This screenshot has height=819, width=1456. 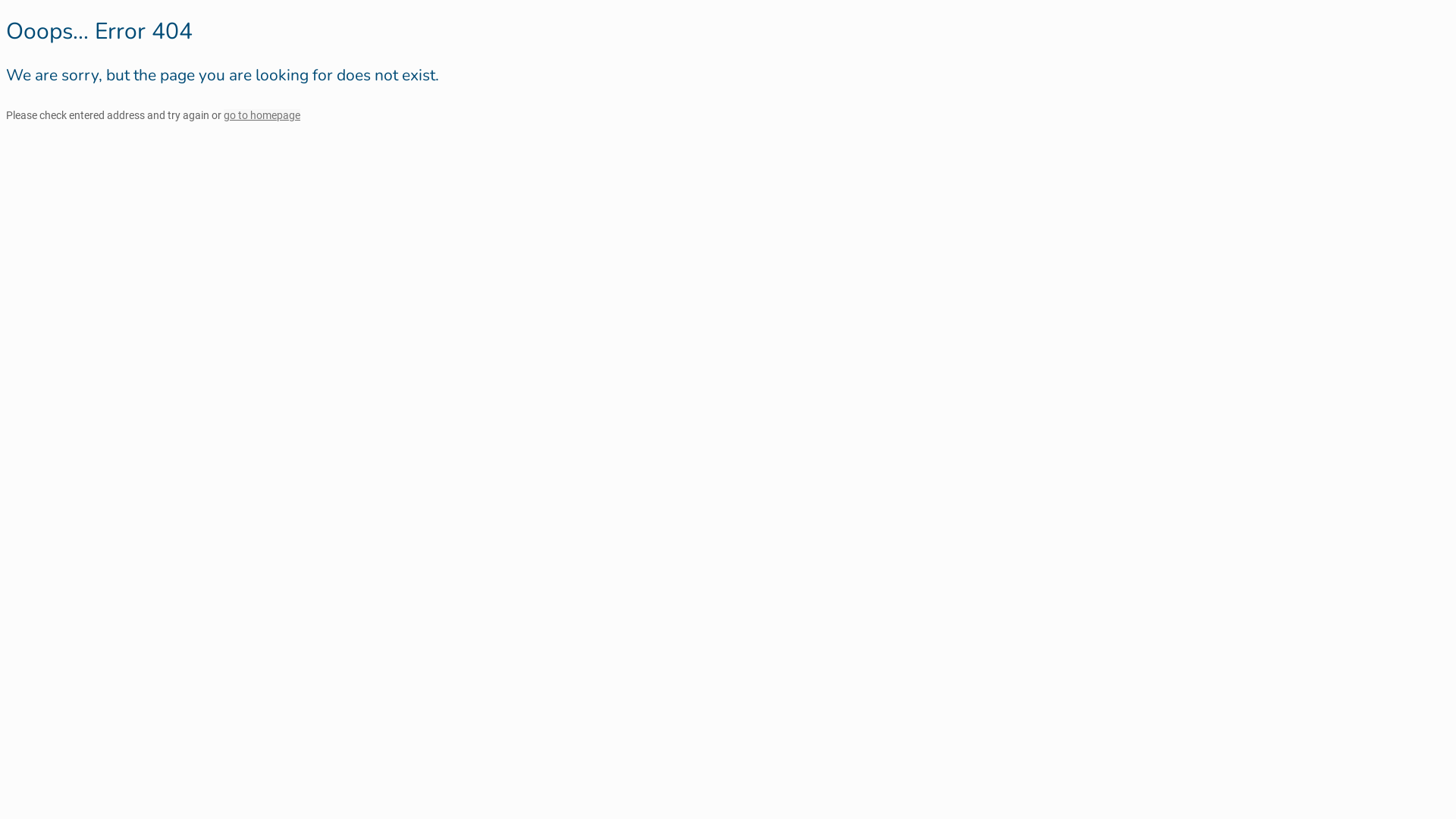 I want to click on 'go to homepage', so click(x=262, y=114).